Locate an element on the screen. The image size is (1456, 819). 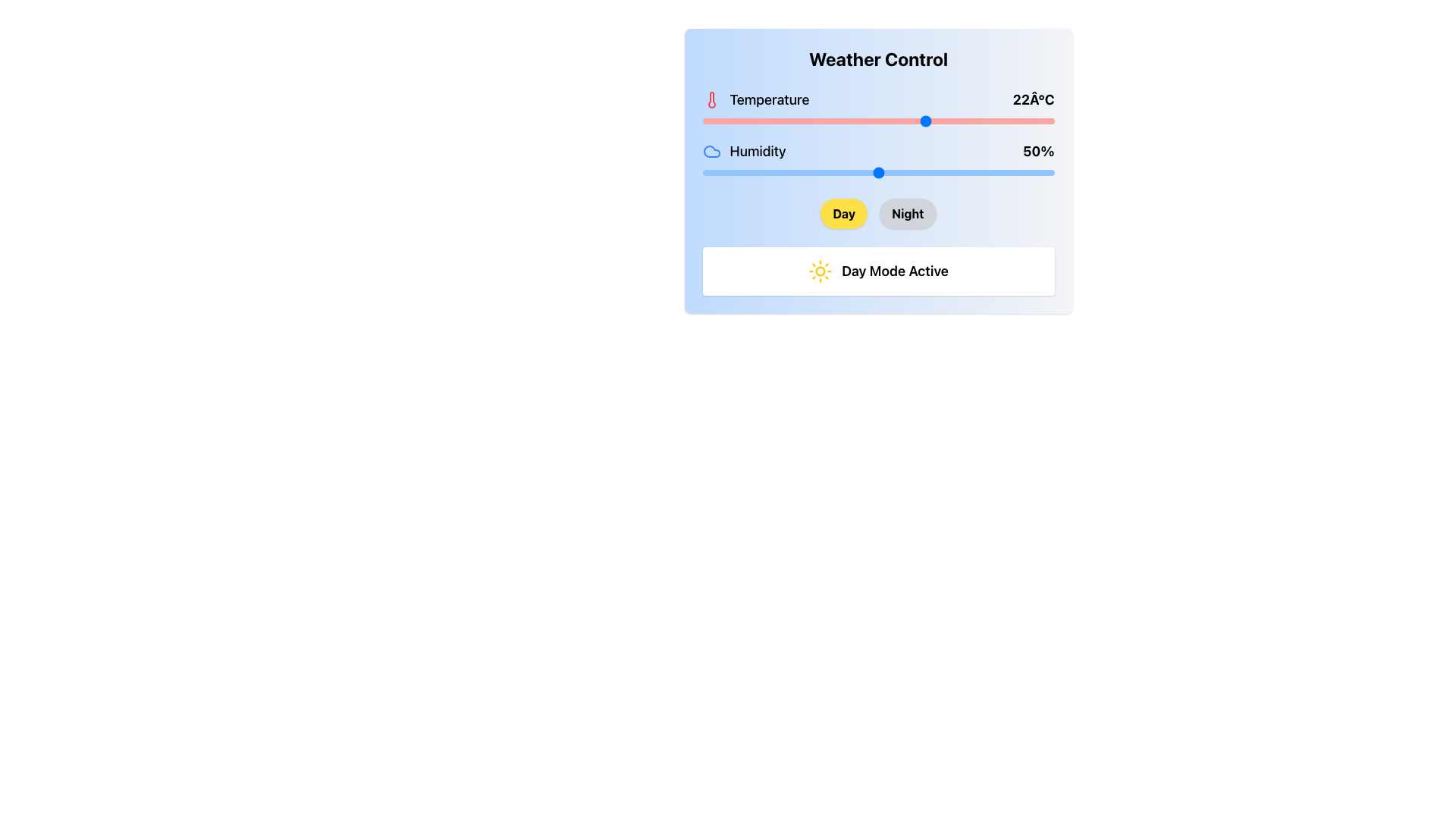
the 'Temperature' text label, which is styled with a larger font size and medium weight, black in color, and positioned to the right of a red thermometer icon within the top left section of the interface is located at coordinates (769, 99).